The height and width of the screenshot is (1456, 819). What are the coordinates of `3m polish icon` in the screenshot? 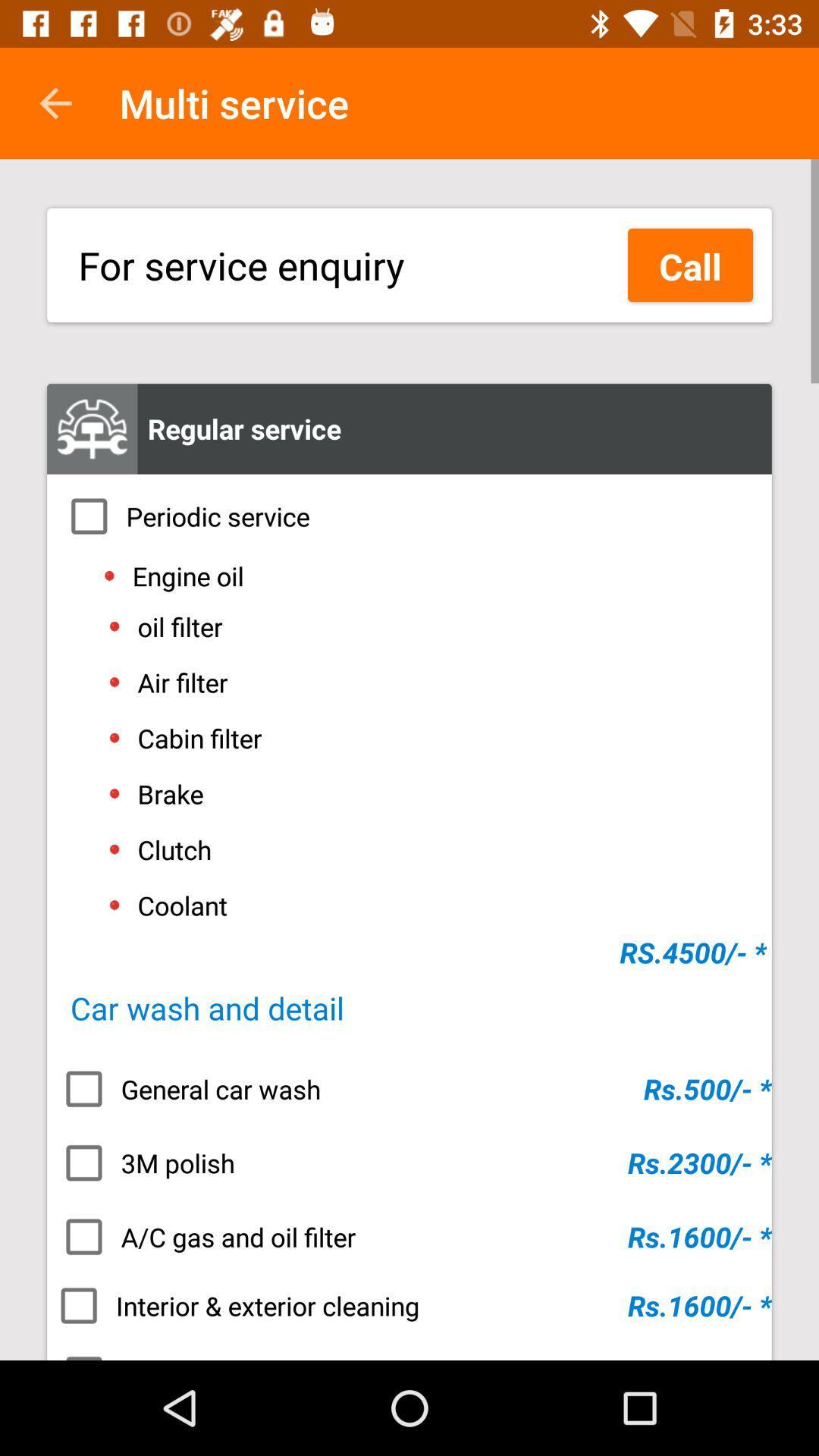 It's located at (409, 1162).